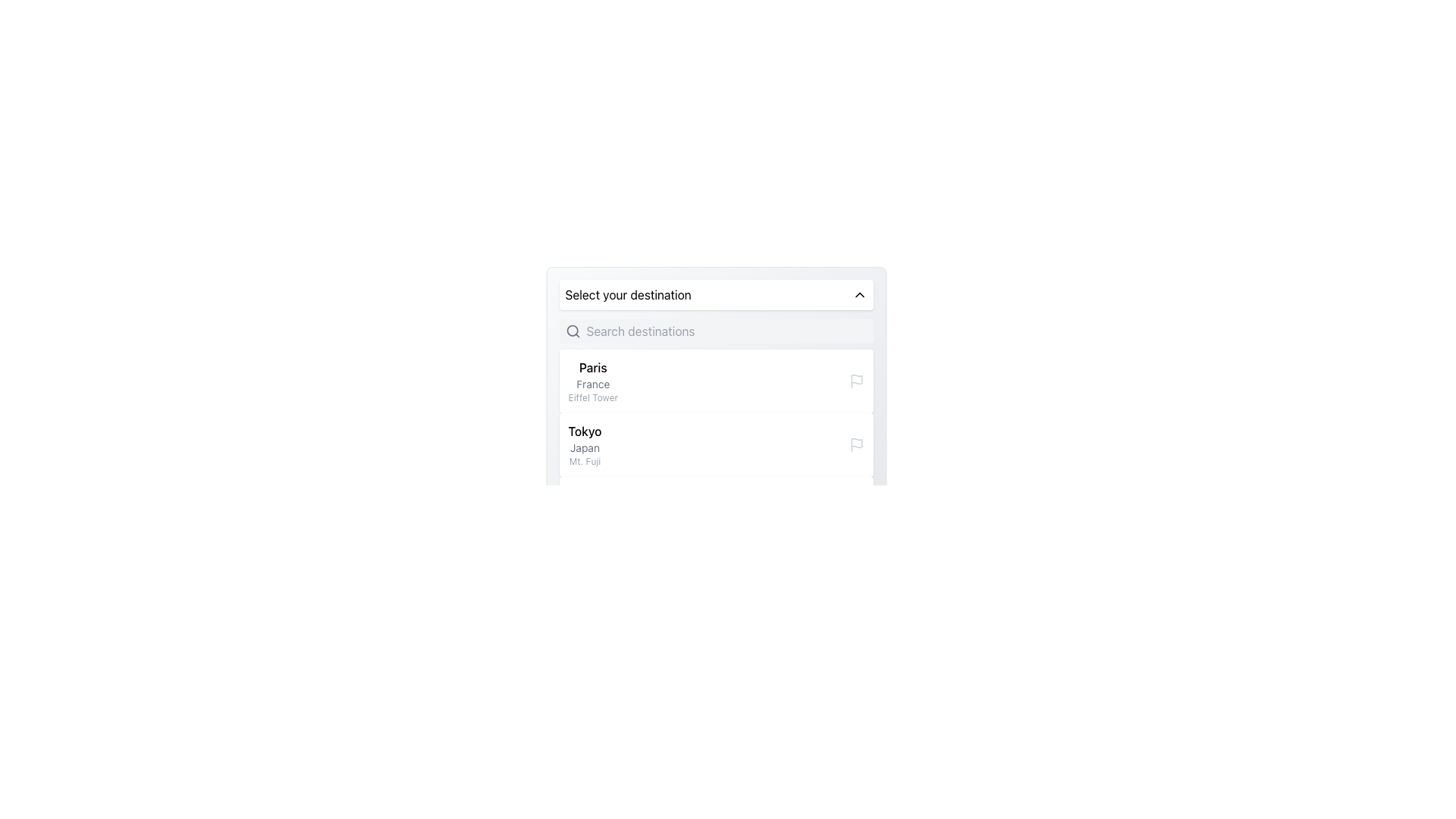 This screenshot has width=1456, height=819. Describe the element at coordinates (715, 380) in the screenshot. I see `the first list item in the dropdown menu that displays 'Paris', 'France', and 'Eiffel Tower'` at that location.